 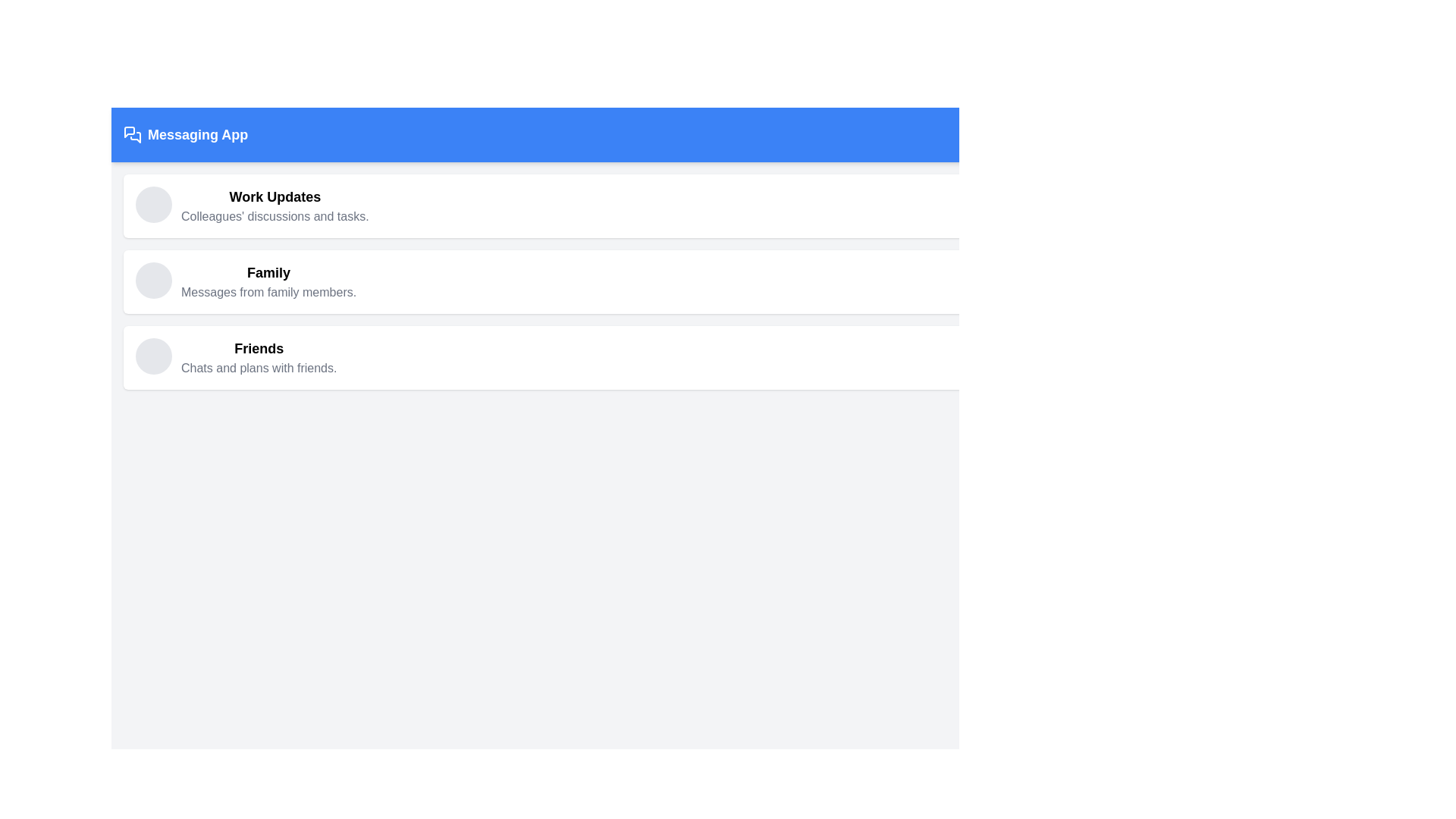 What do you see at coordinates (132, 133) in the screenshot?
I see `the SVG icon resembling two overlapping speech bubbles located to the left of the 'Messaging App' text in the blue header bar` at bounding box center [132, 133].